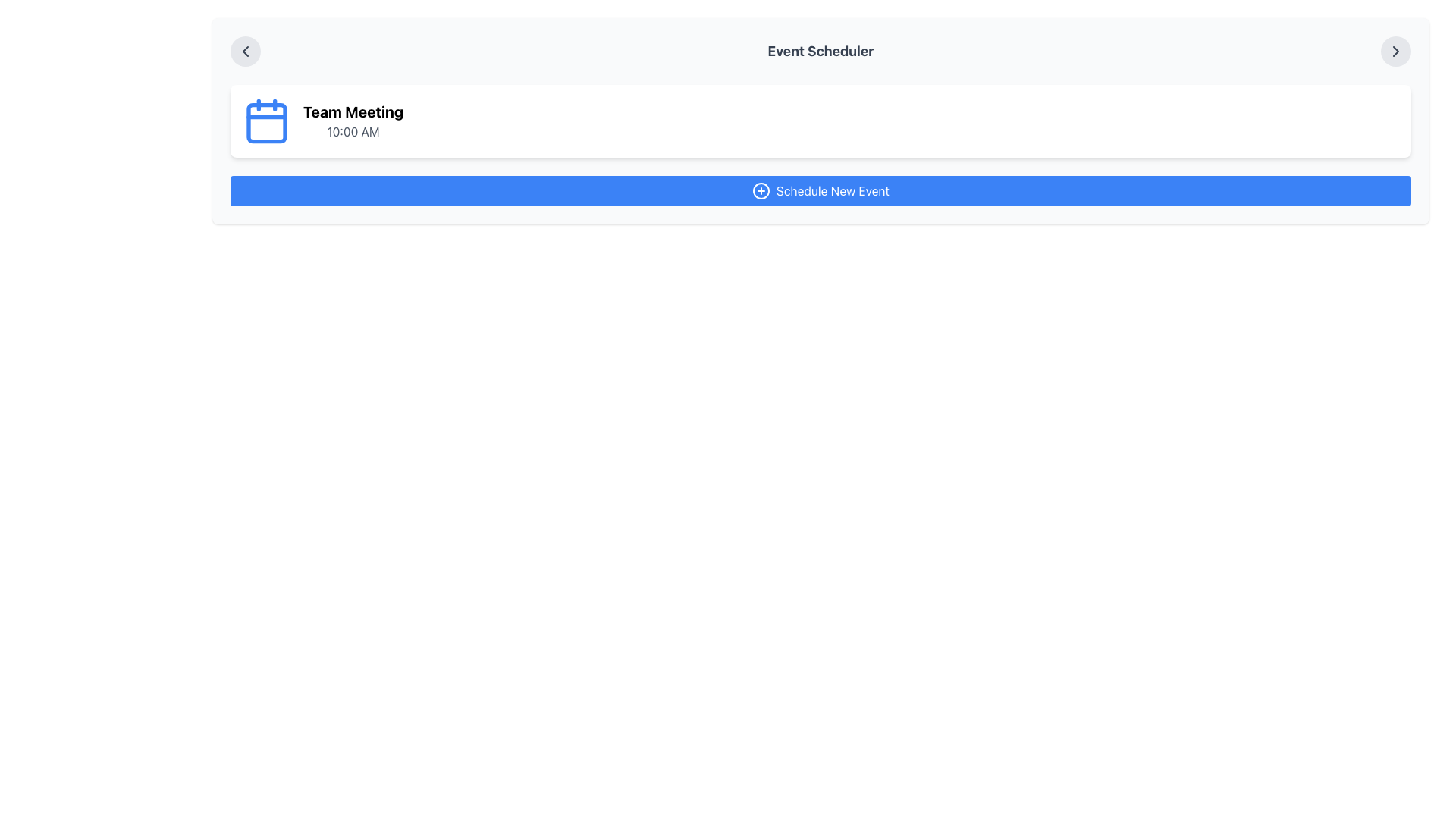 This screenshot has width=1456, height=819. What do you see at coordinates (352, 111) in the screenshot?
I see `the text label that serves as the title of the event, positioned at the top of the card, above the '10:00 AM' text and to the right of a blue calendar icon` at bounding box center [352, 111].